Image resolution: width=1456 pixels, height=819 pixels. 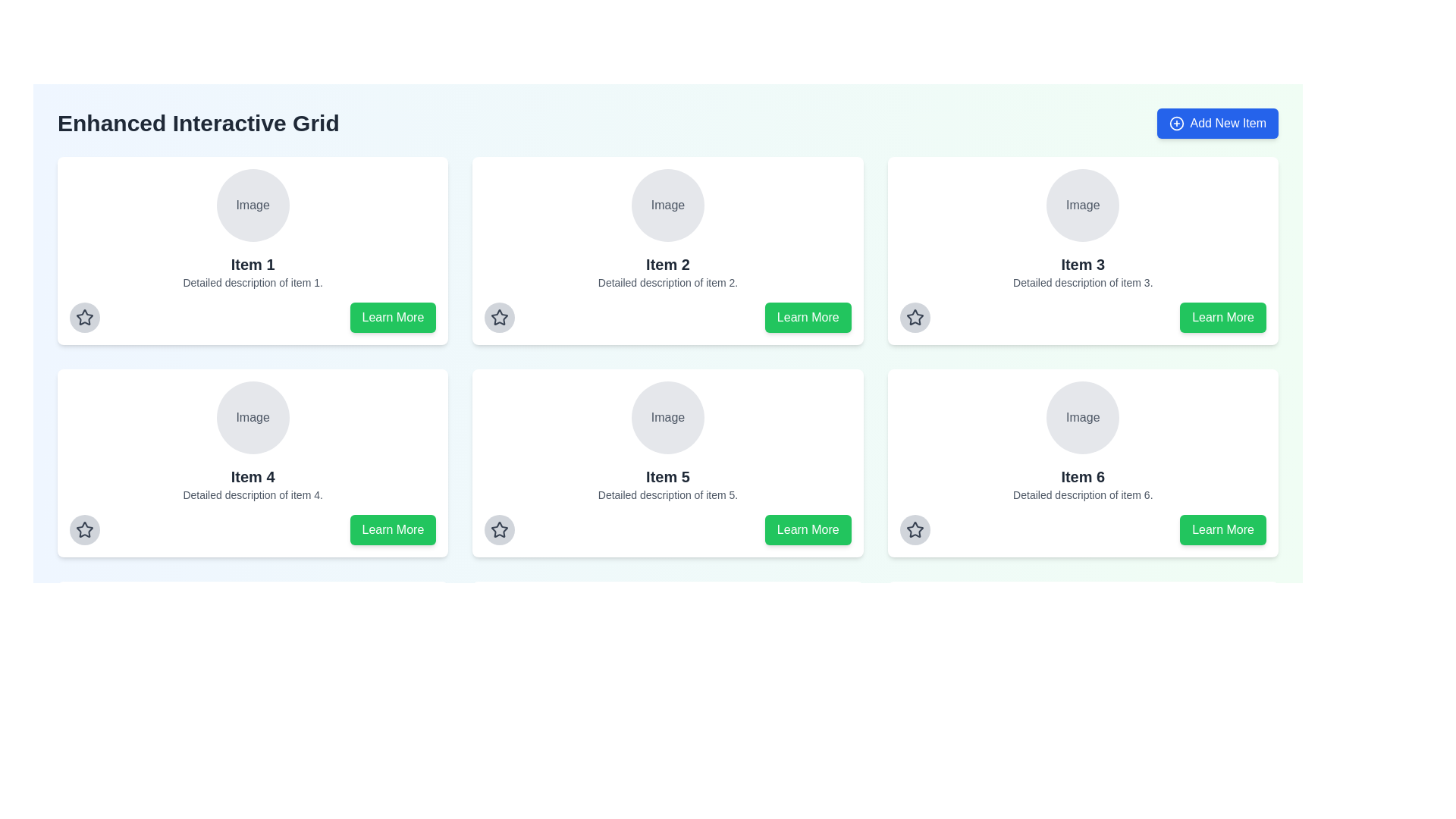 What do you see at coordinates (914, 316) in the screenshot?
I see `the gray star-shaped icon to mark or unmark the item next to 'Item 3' in the grid interface` at bounding box center [914, 316].